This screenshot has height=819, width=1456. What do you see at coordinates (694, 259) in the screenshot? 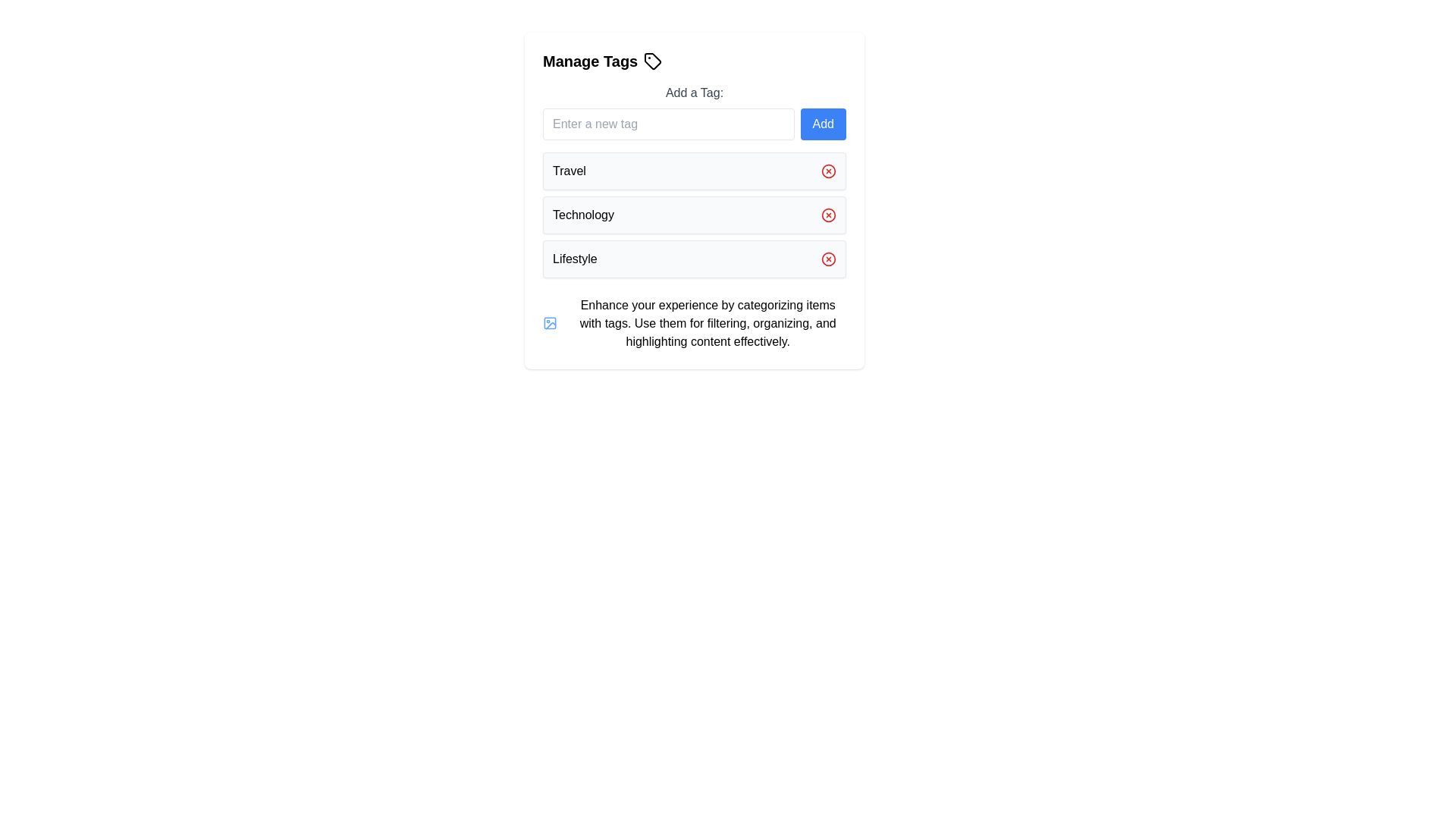
I see `the 'Lifestyle' section, which is the third item in the list with a light gray background and a red 'X' icon, to potentially reveal further interactions` at bounding box center [694, 259].